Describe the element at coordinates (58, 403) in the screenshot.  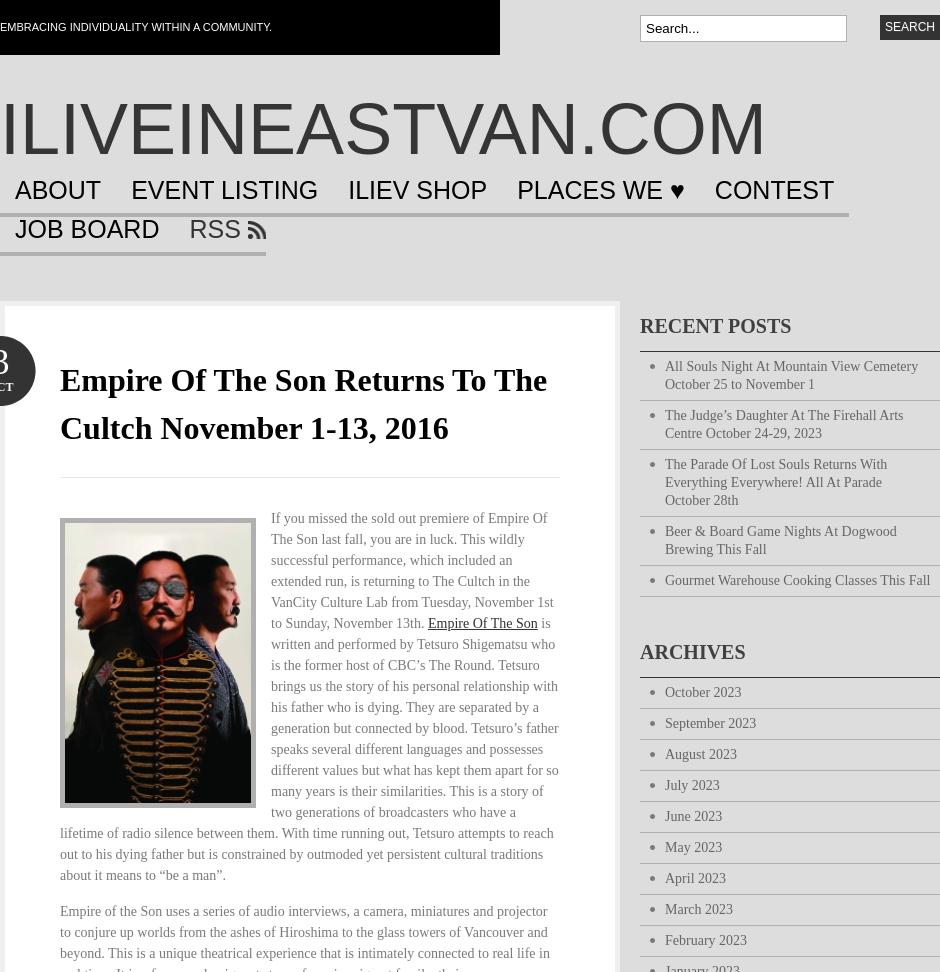
I see `'Empire Of The Son Returns To The Cultch November 1-13, 2016'` at that location.